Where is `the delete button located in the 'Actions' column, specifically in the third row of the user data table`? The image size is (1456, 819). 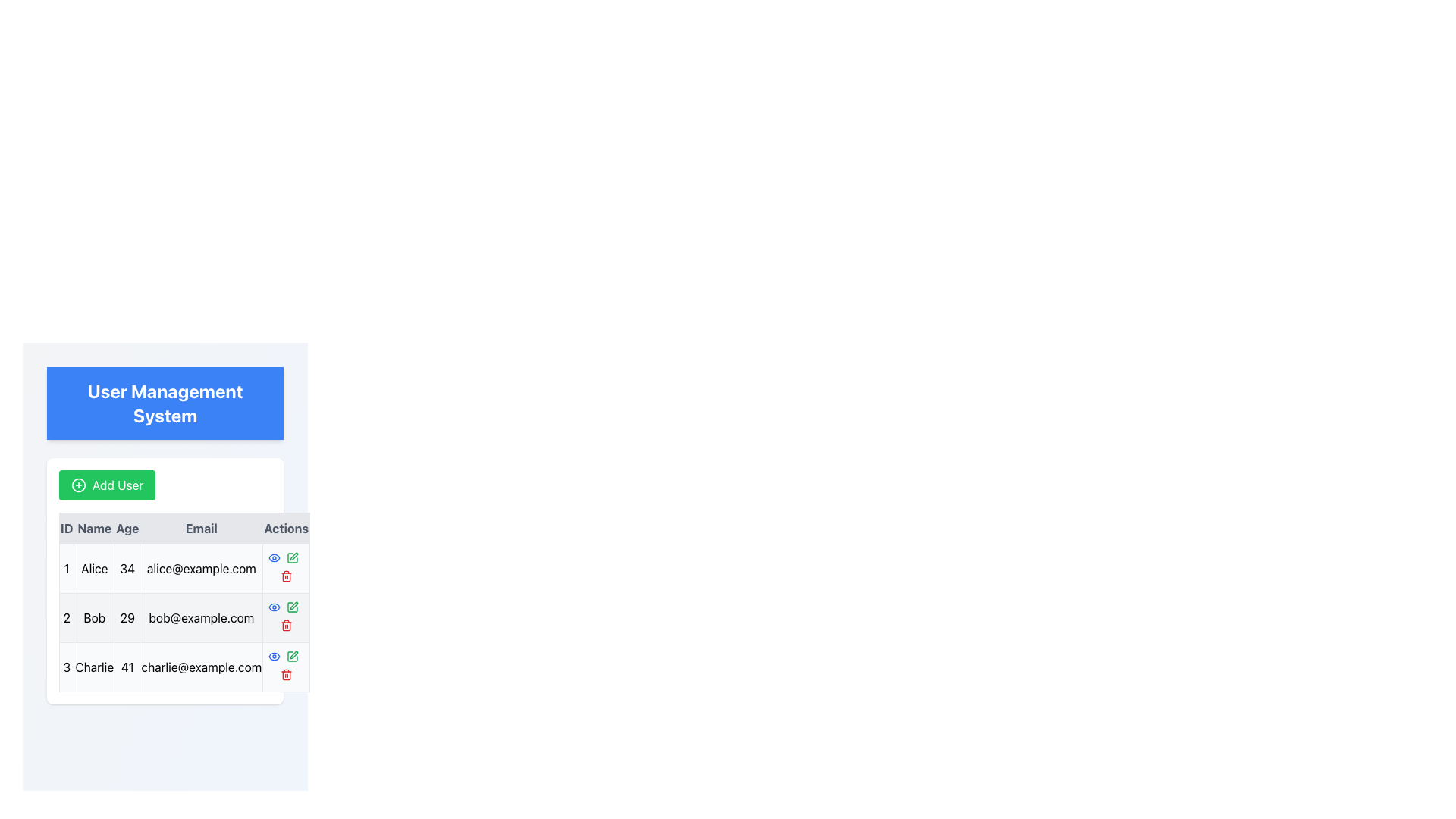 the delete button located in the 'Actions' column, specifically in the third row of the user data table is located at coordinates (286, 576).